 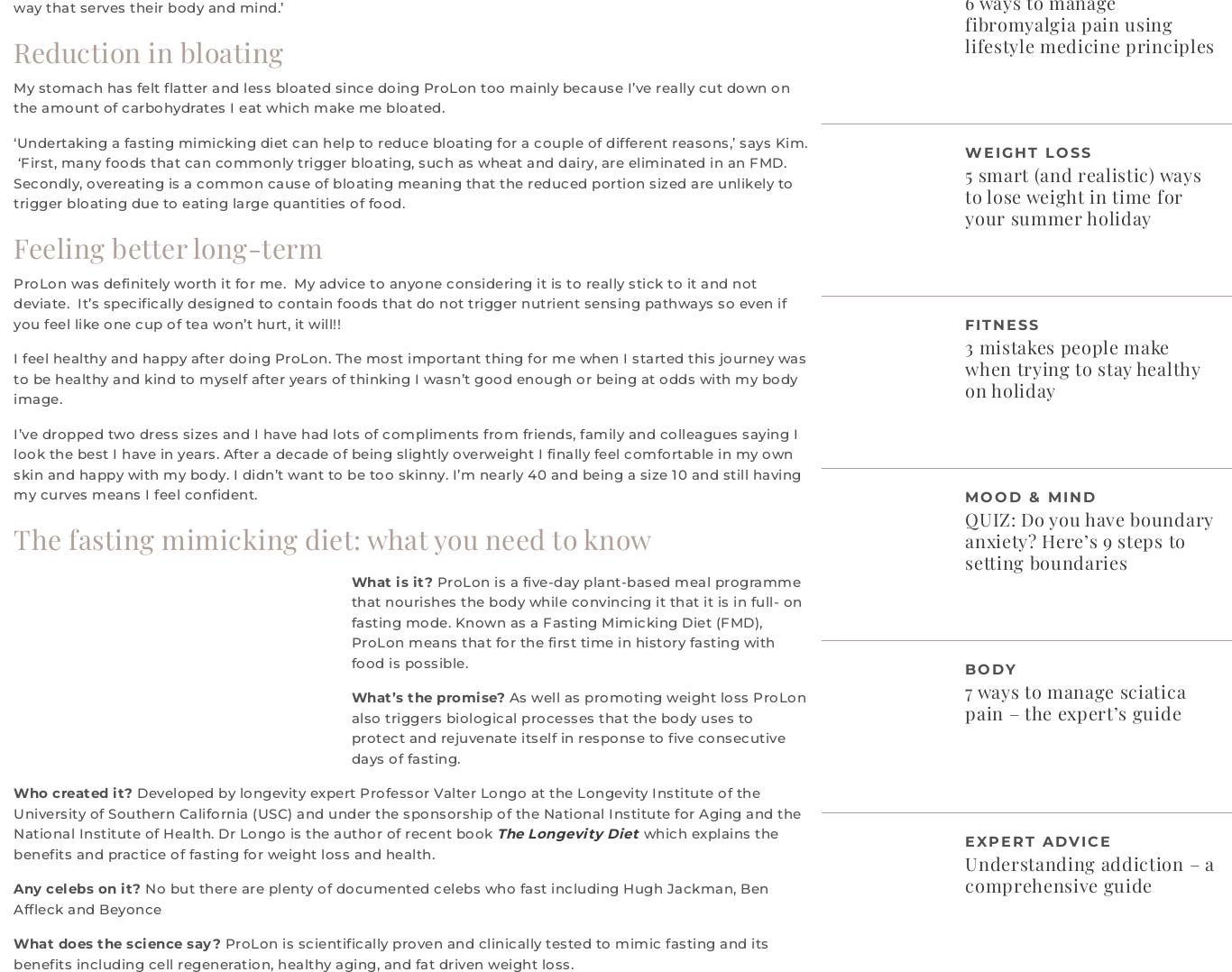 I want to click on '5 smart (and realistic) ways to lose weight in time for your summer holiday', so click(x=1082, y=195).